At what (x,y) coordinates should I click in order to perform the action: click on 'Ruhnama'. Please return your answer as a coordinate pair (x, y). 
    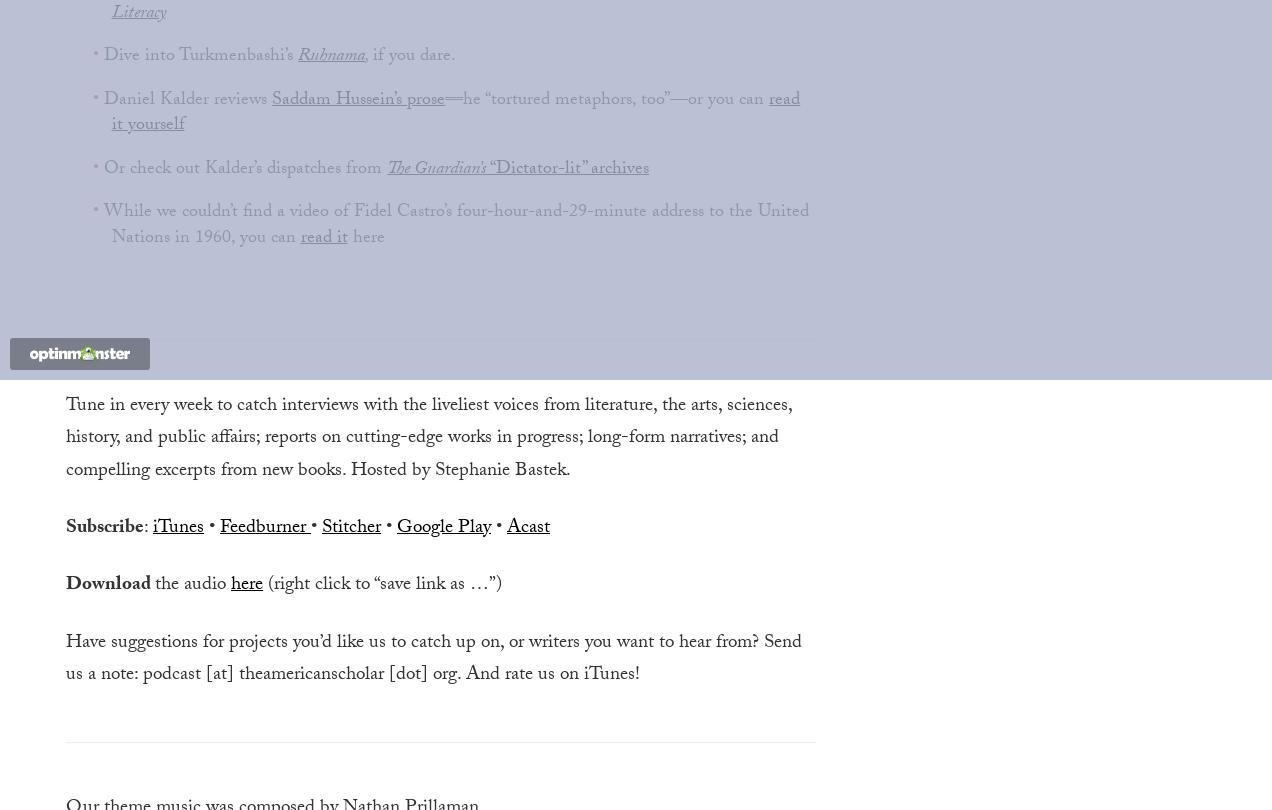
    Looking at the image, I should click on (330, 57).